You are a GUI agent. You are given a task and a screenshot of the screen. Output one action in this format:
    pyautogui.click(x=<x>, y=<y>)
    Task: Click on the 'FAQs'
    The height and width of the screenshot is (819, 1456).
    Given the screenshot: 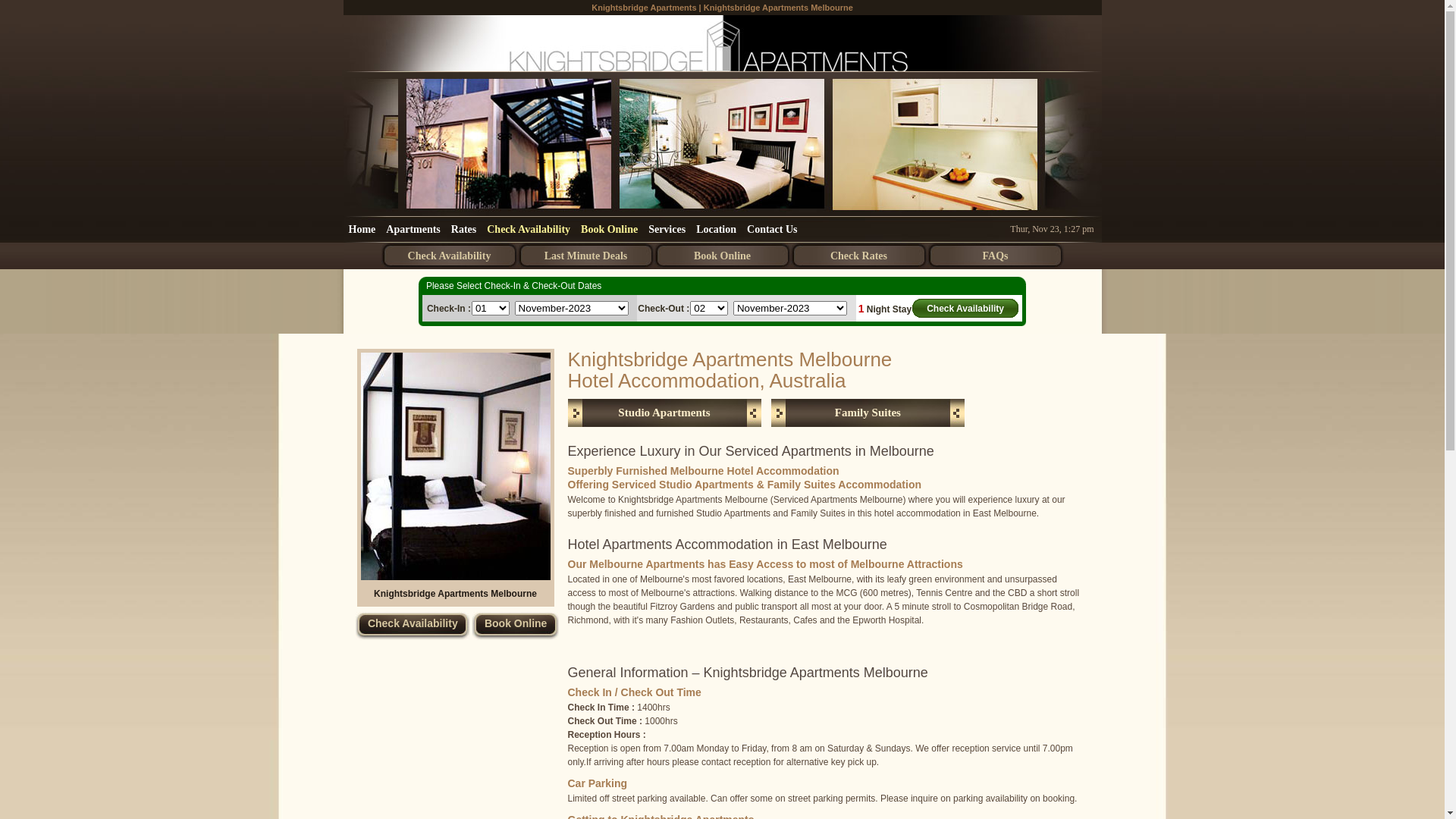 What is the action you would take?
    pyautogui.click(x=994, y=255)
    